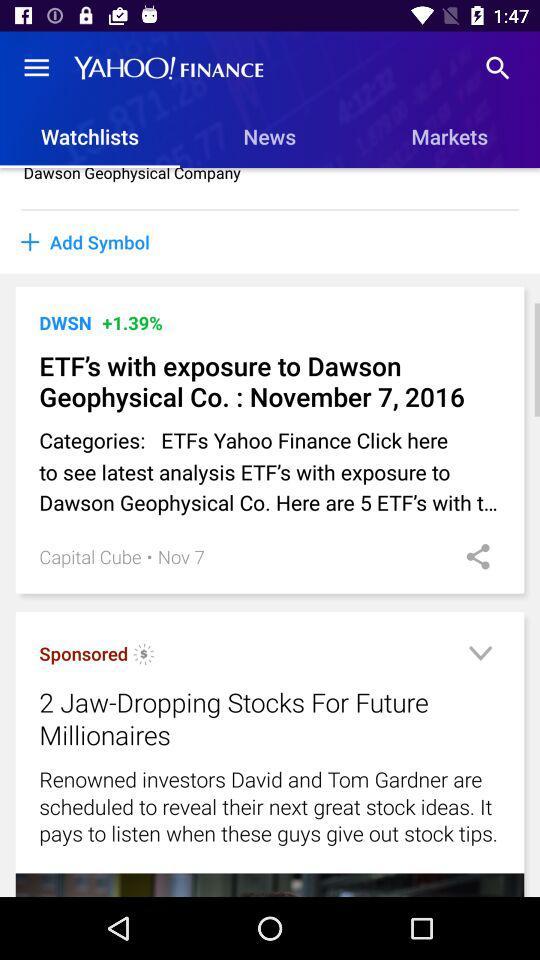  Describe the element at coordinates (446, 188) in the screenshot. I see `item to the right of the dawson geophysical company item` at that location.